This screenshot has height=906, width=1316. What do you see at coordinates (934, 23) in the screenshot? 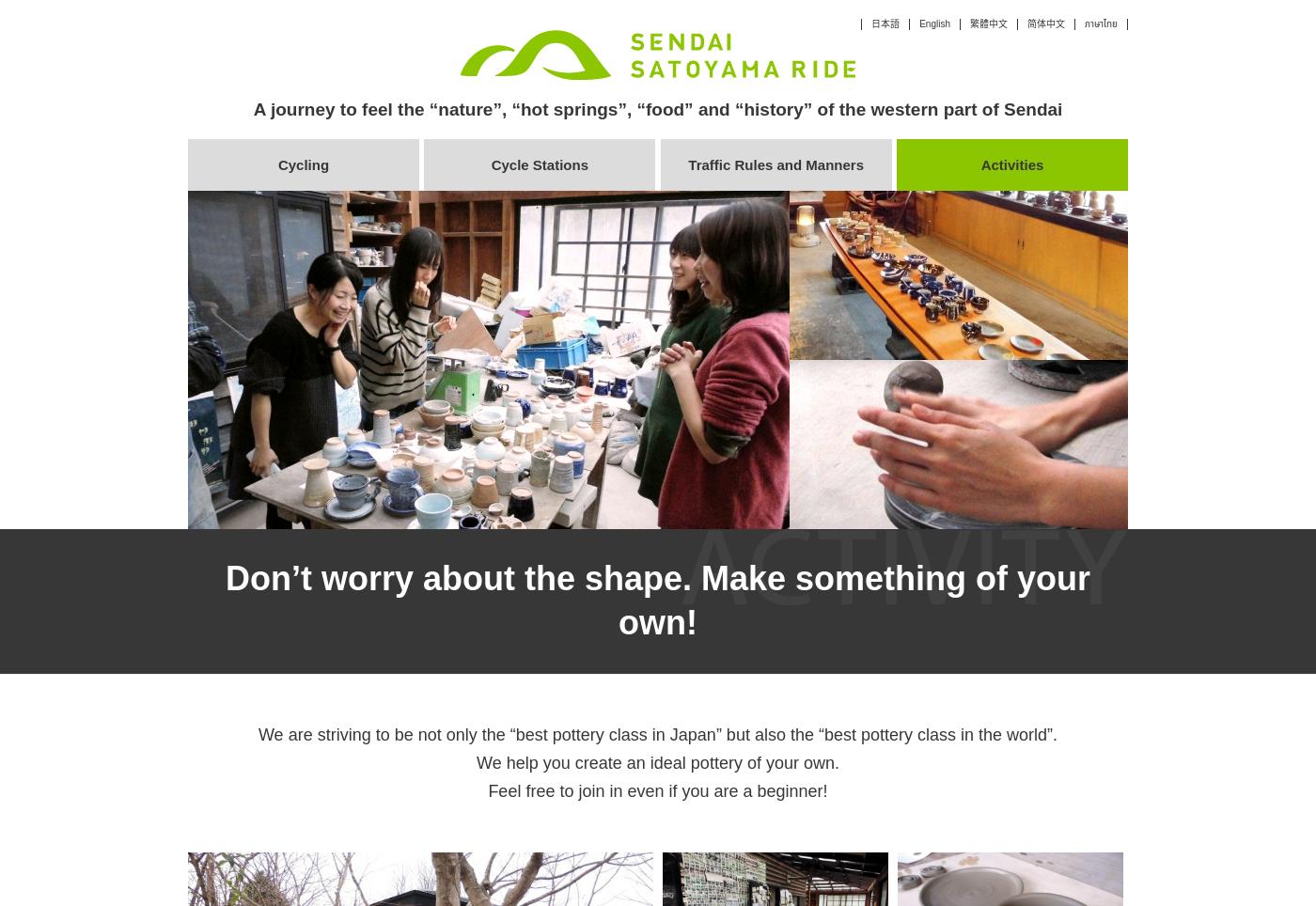
I see `'English'` at bounding box center [934, 23].